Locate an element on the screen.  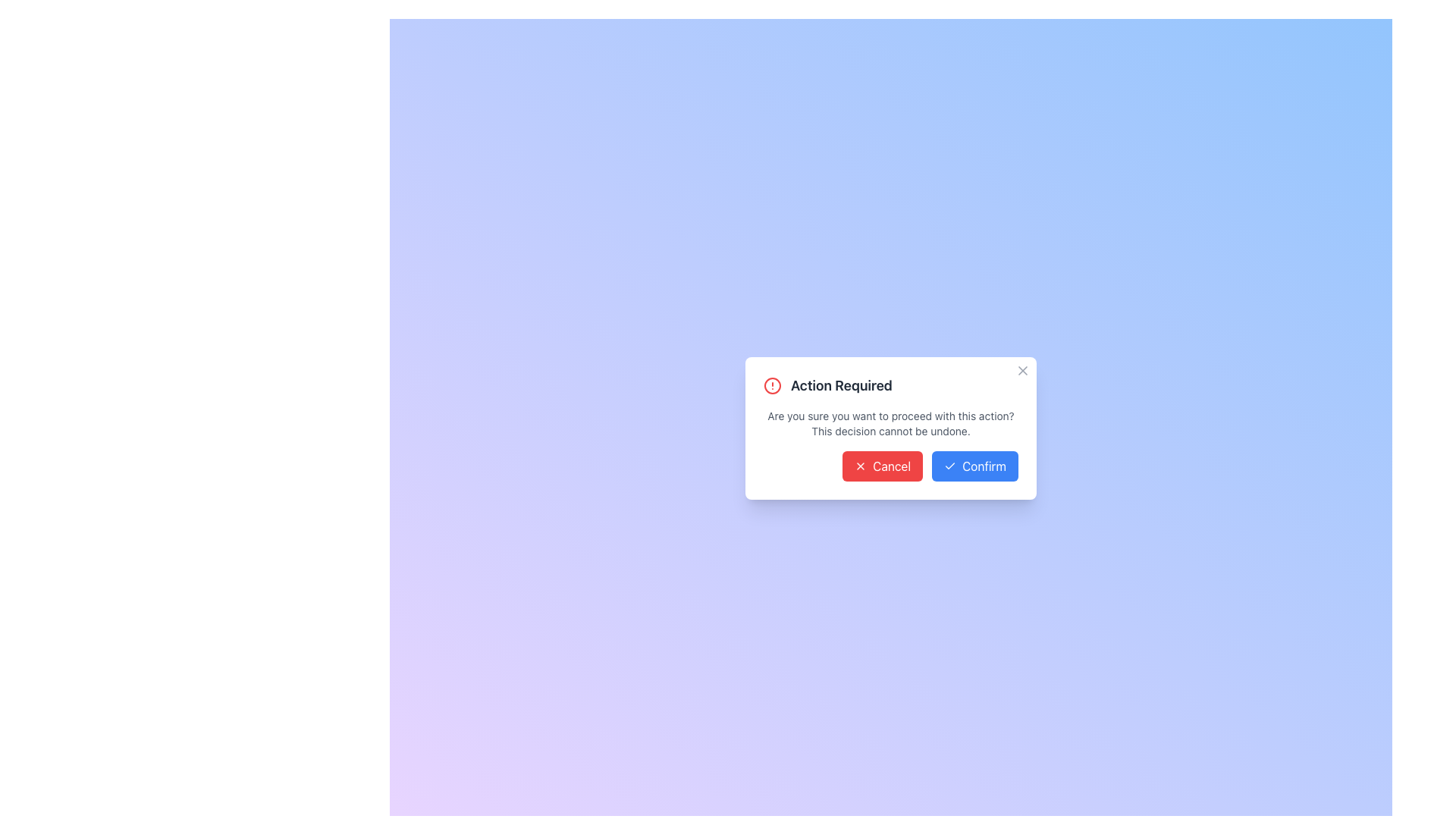
the blue 'Confirm' button with white text and a checkmark icon in the bottom-right corner of the modal dialog is located at coordinates (975, 465).